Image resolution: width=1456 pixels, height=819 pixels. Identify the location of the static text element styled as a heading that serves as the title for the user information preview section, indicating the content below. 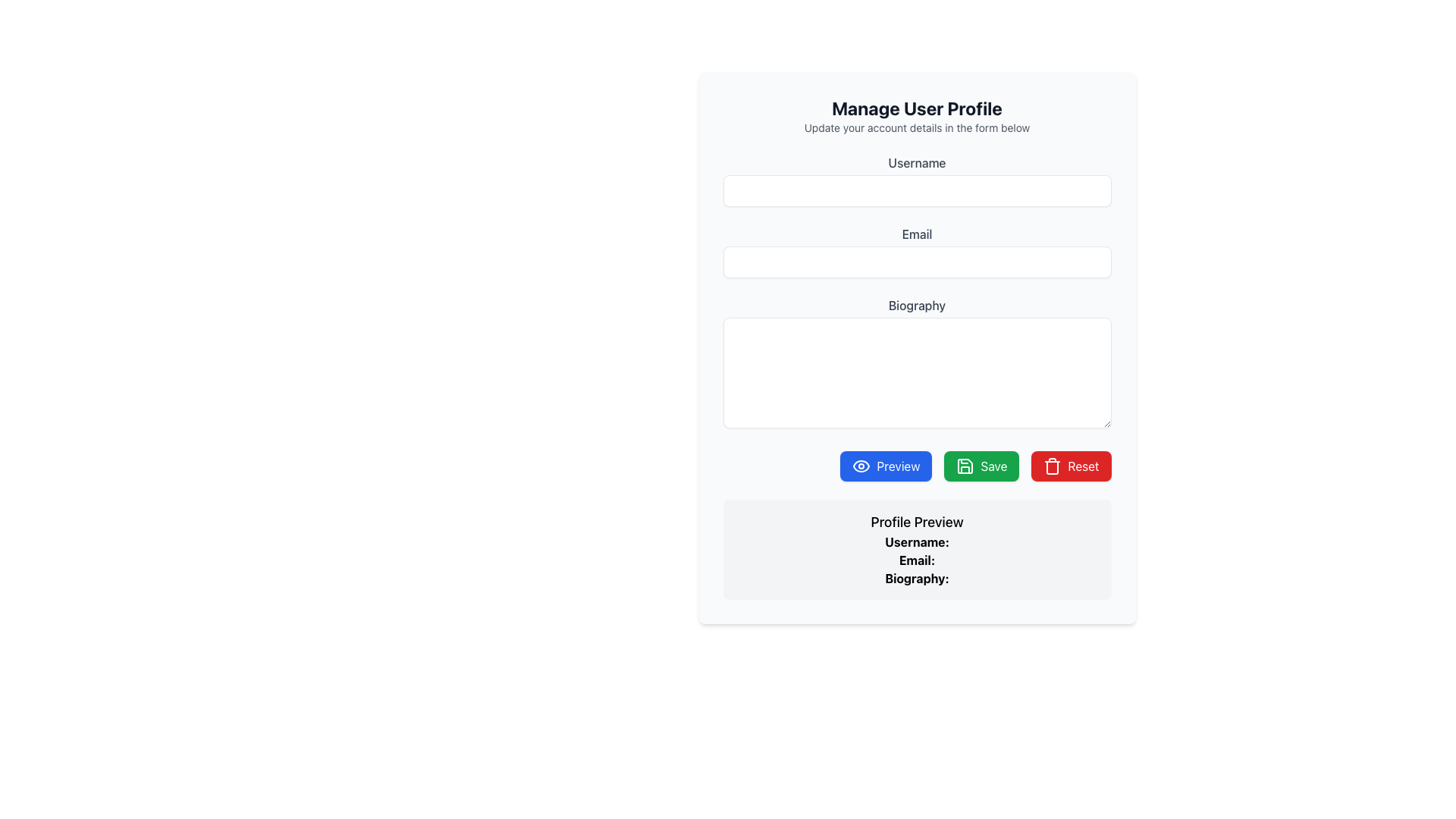
(916, 522).